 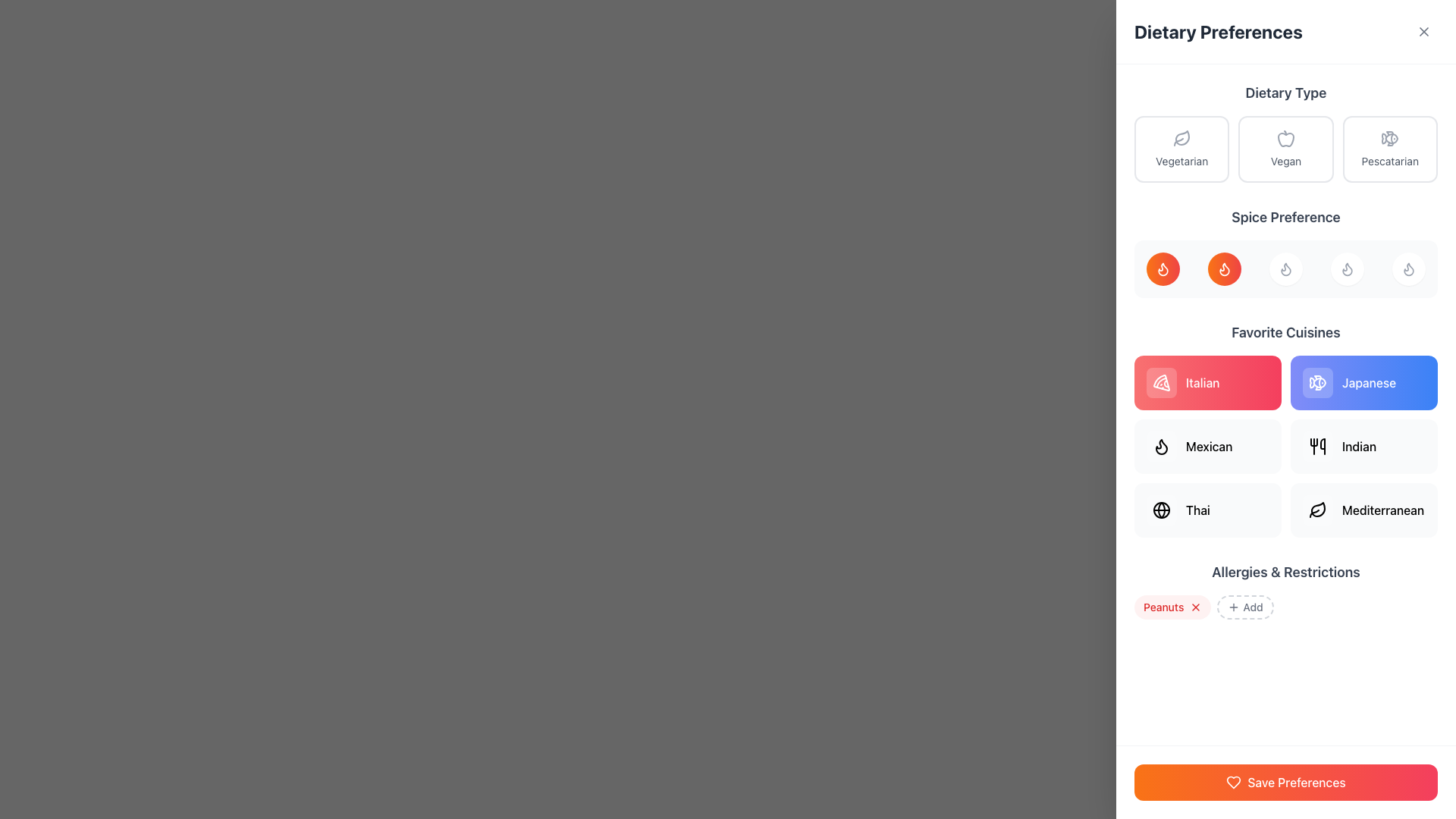 What do you see at coordinates (1224, 268) in the screenshot?
I see `the flame-shaped SVG icon button in the second position of the Spice Preference section` at bounding box center [1224, 268].